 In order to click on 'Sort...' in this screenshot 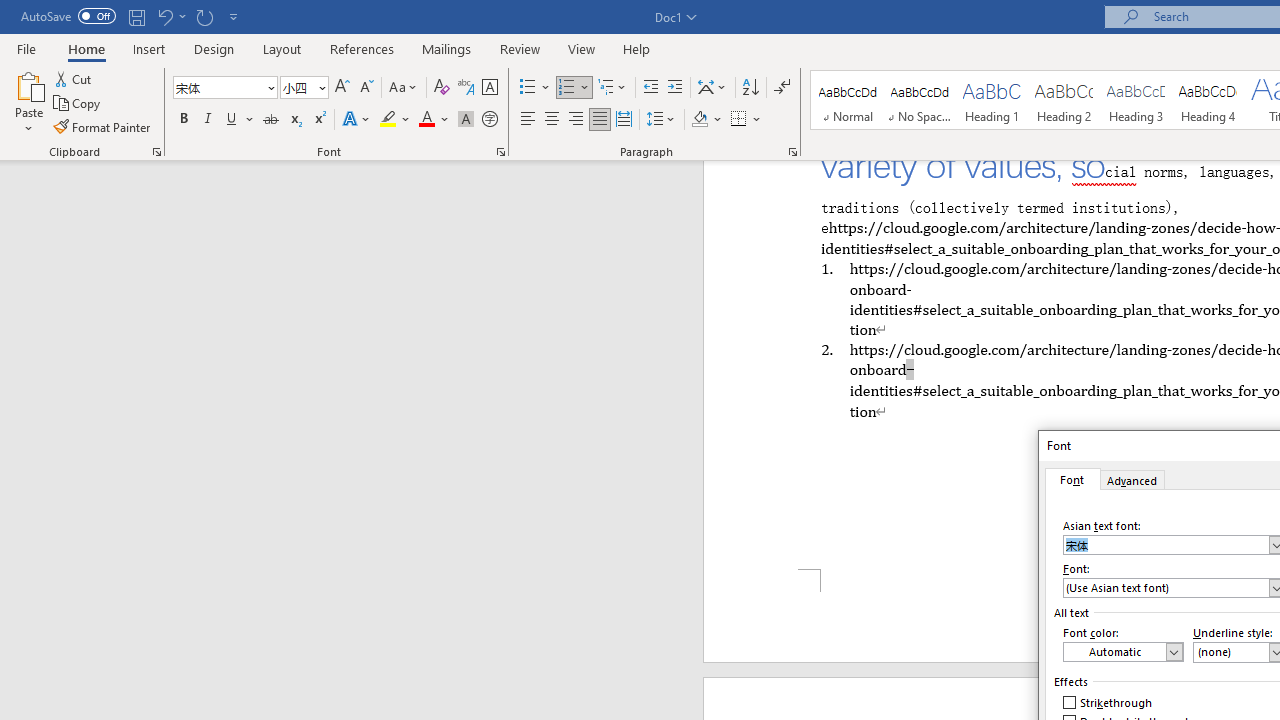, I will do `click(749, 86)`.